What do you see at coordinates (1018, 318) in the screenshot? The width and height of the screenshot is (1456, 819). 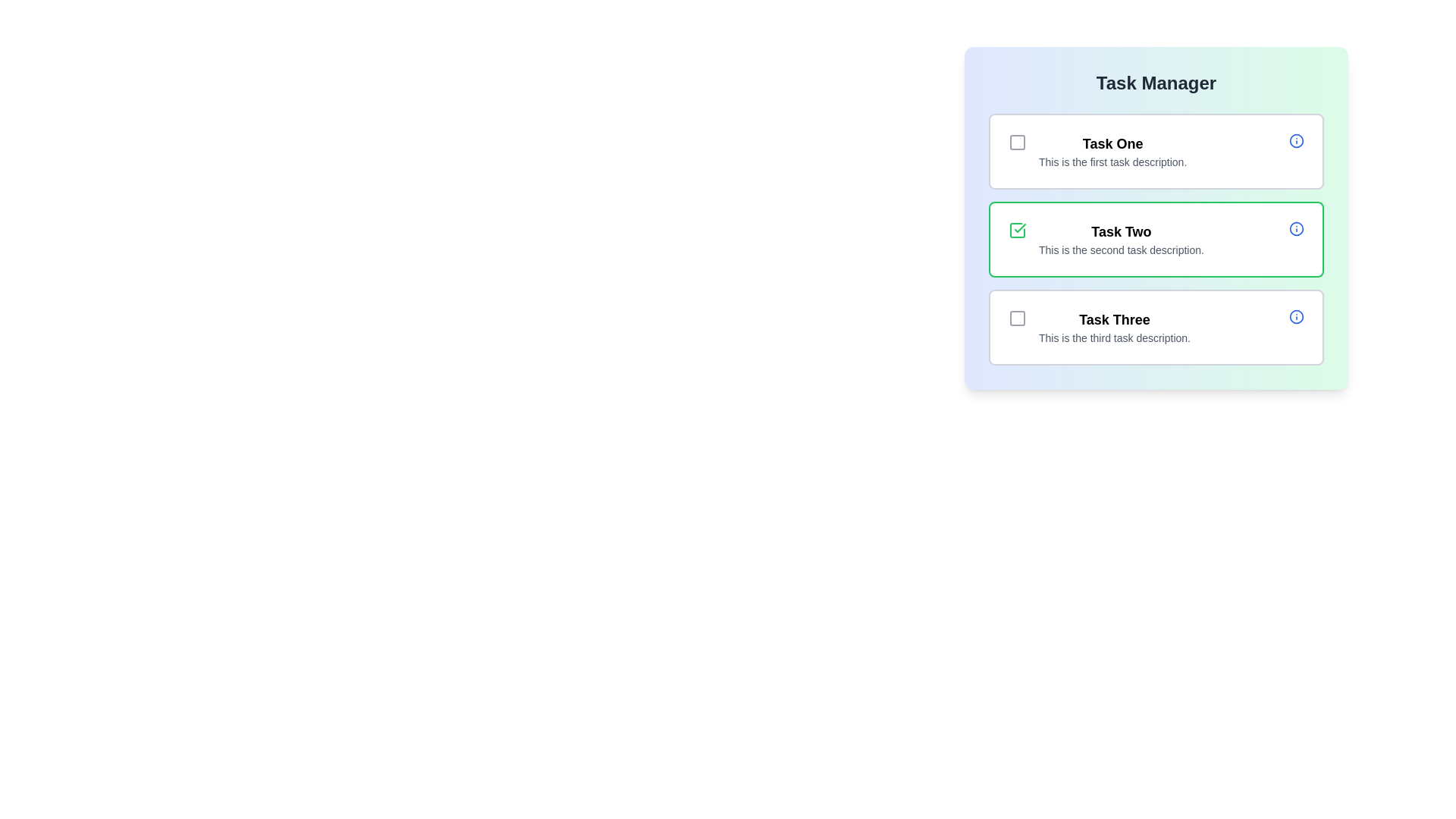 I see `the checkbox icon` at bounding box center [1018, 318].